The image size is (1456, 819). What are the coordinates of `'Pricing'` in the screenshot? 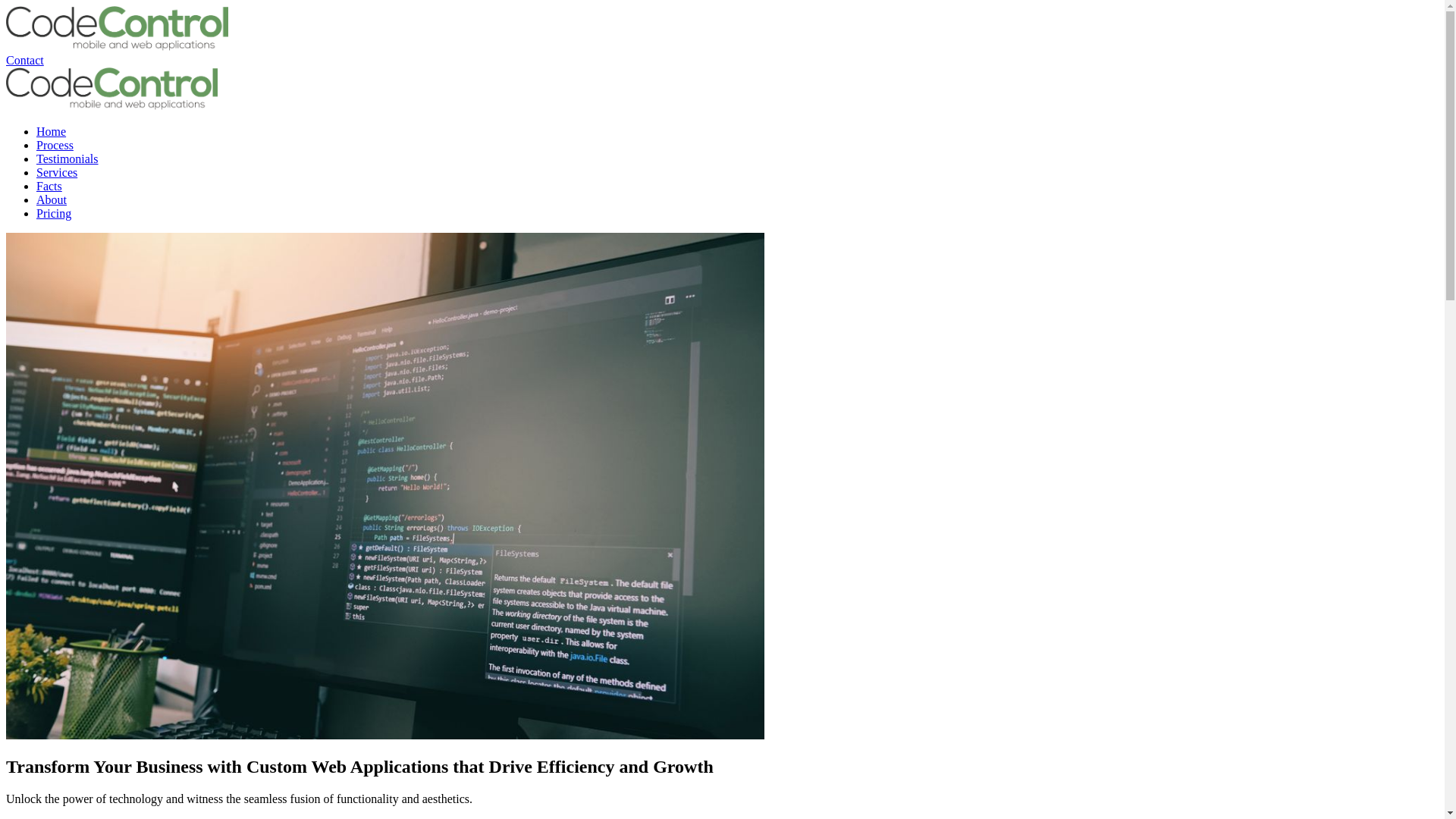 It's located at (54, 213).